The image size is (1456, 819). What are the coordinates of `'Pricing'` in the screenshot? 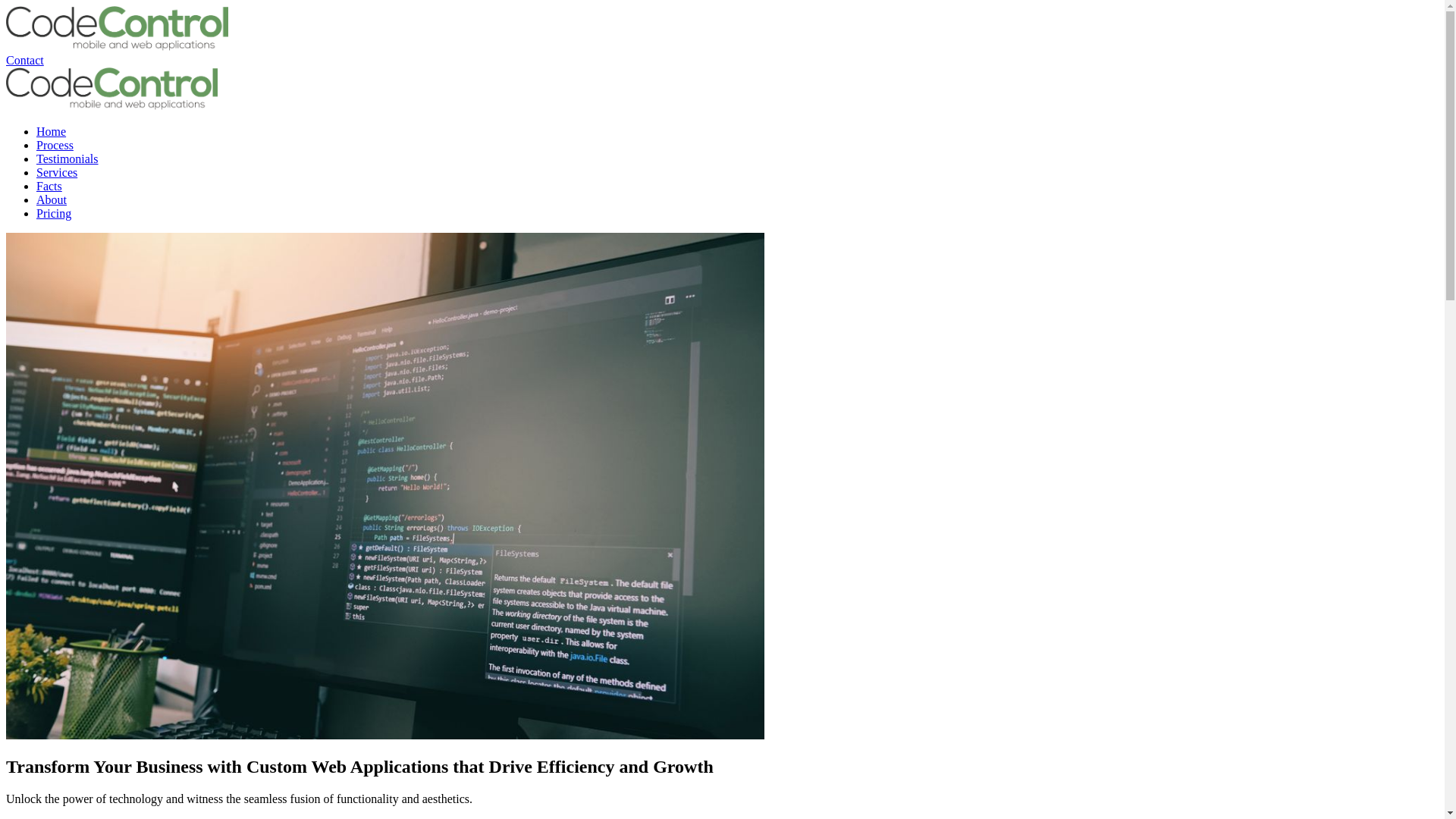 It's located at (54, 213).